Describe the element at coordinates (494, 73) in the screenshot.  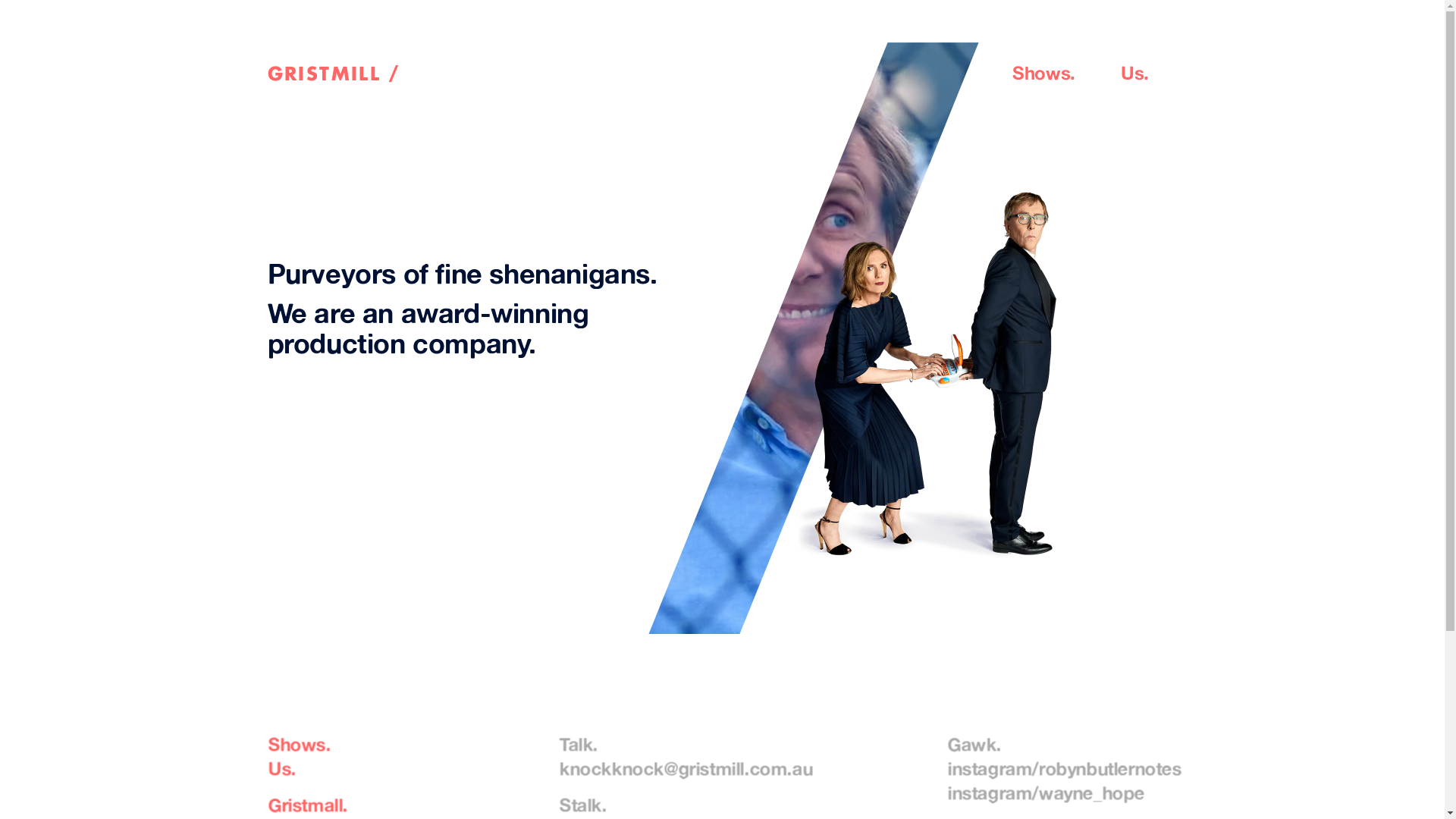
I see `'GRISTMILL /'` at that location.